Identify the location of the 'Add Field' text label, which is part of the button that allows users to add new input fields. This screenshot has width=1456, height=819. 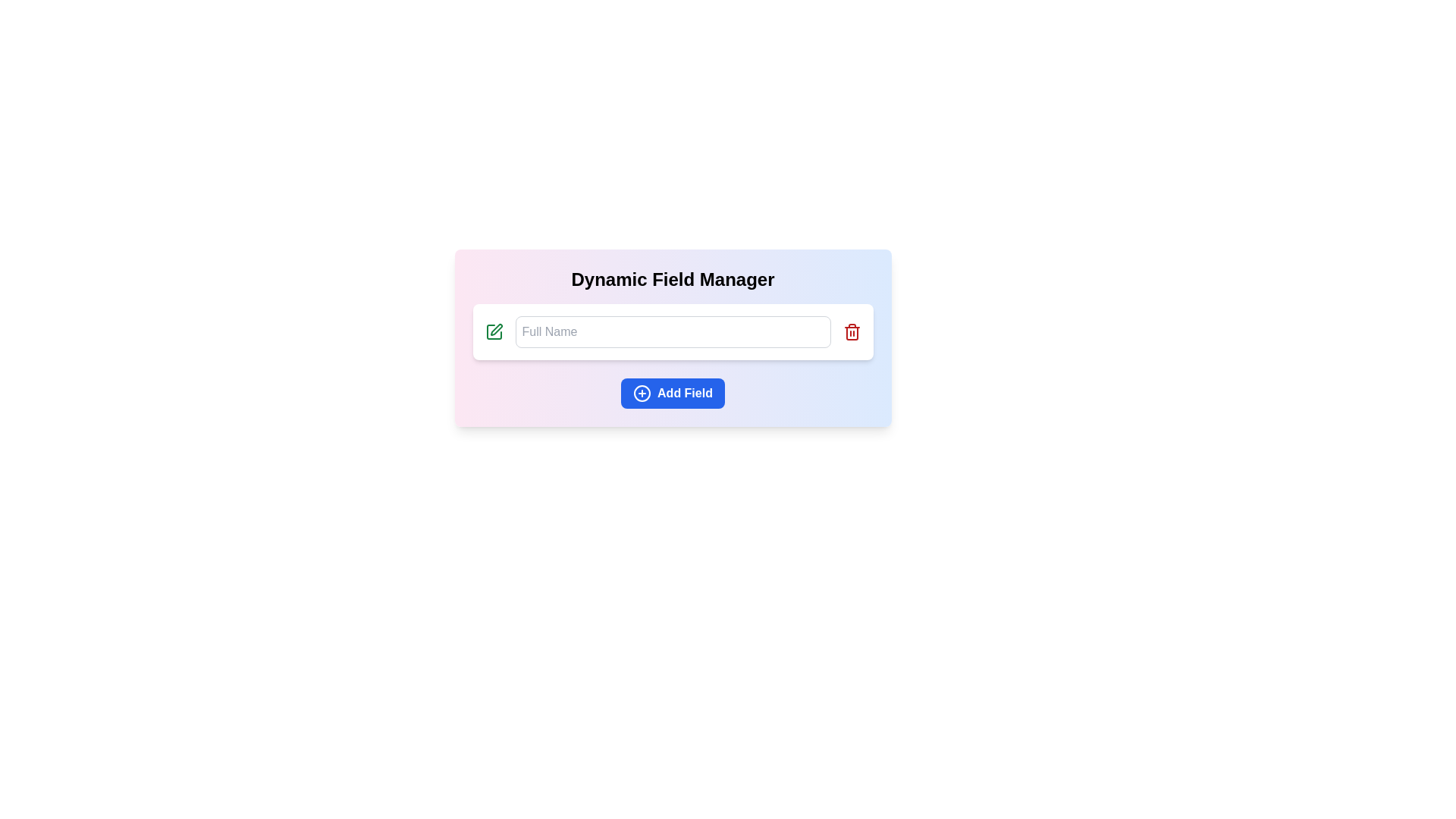
(684, 393).